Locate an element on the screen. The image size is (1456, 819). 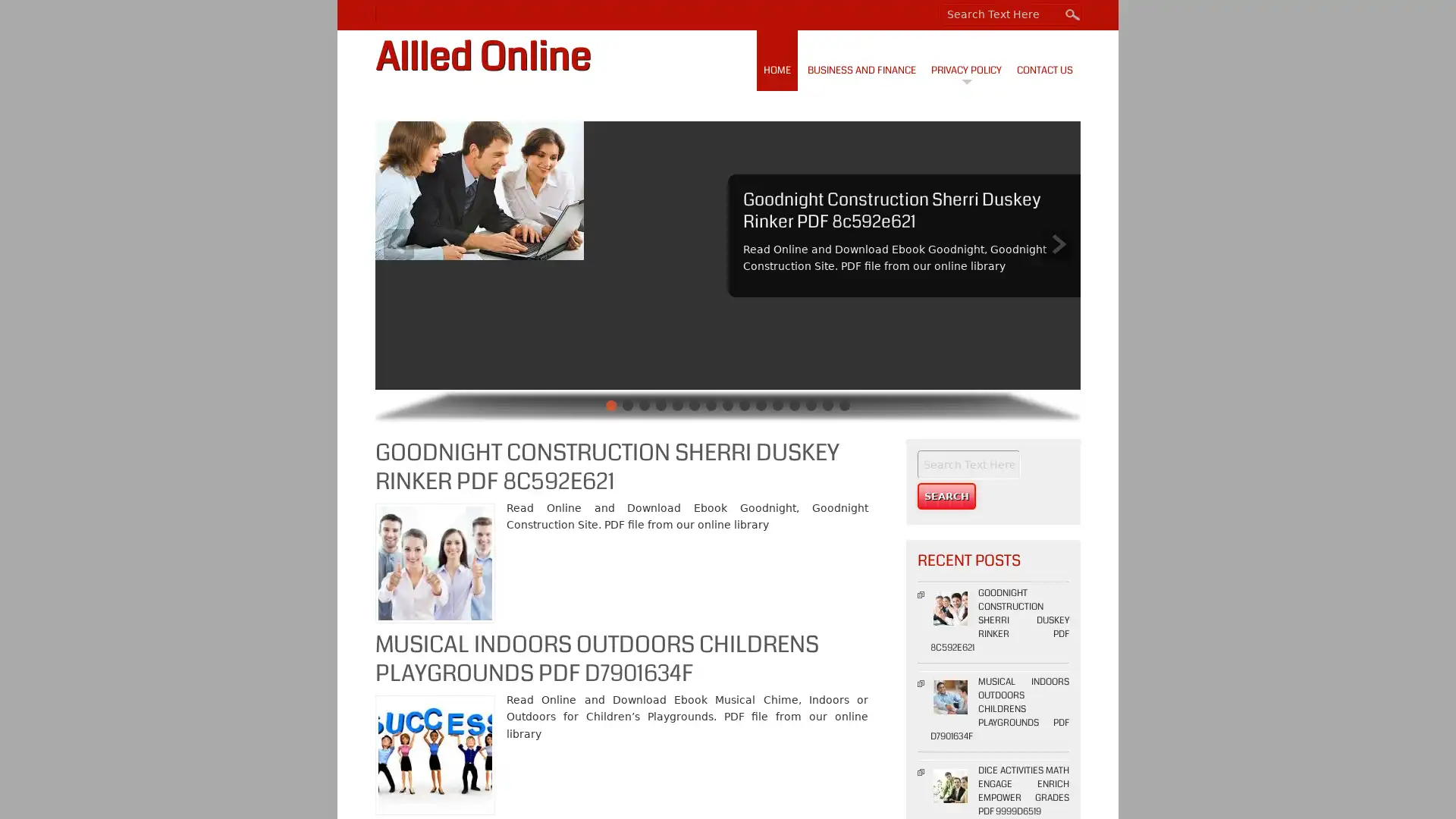
Search is located at coordinates (946, 496).